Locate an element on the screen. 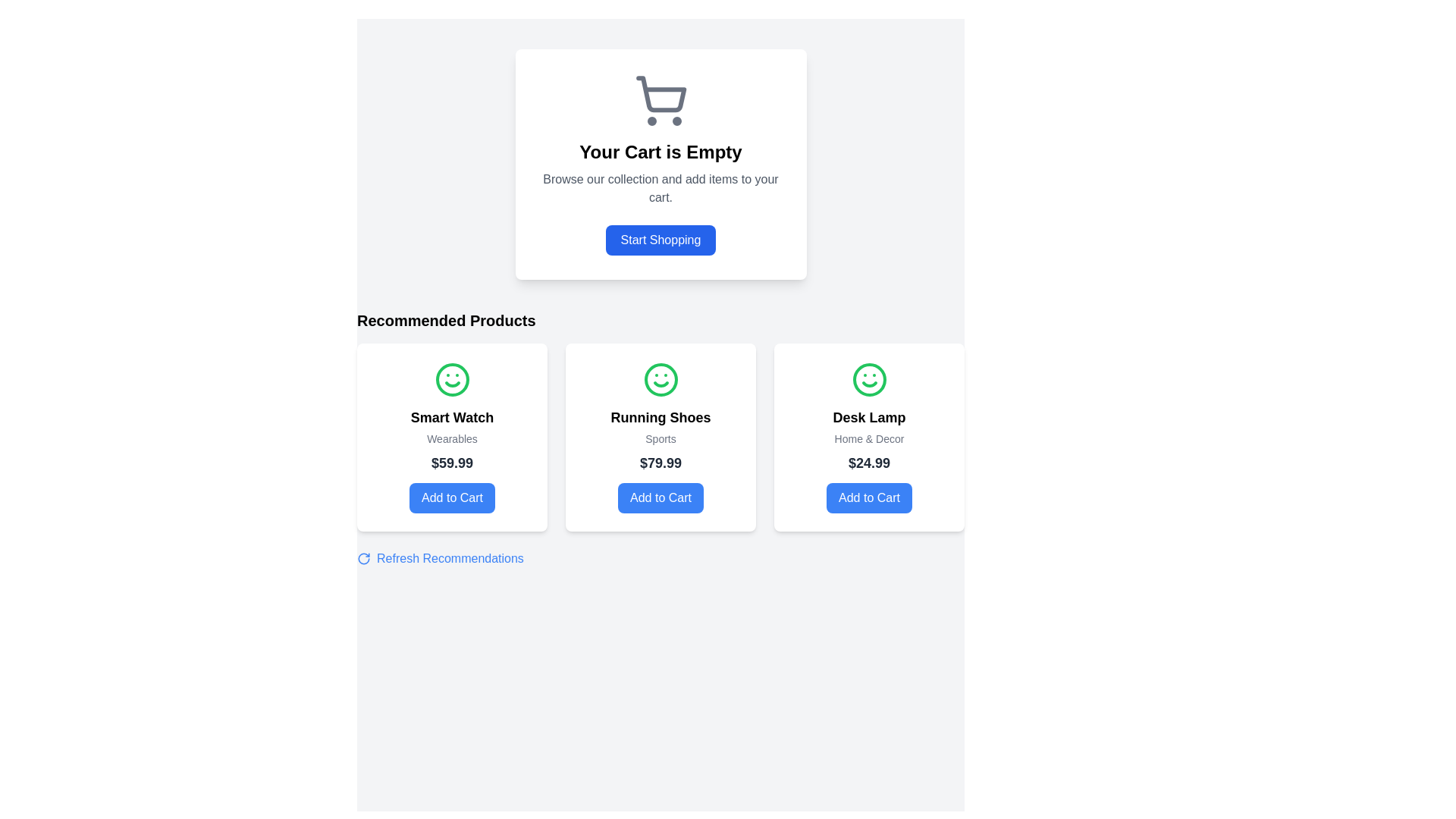 This screenshot has height=819, width=1456. the 'Add to Cart' button on the 'Desk Lamp' item card located in the bottom-right corner under the 'Recommended Products' section is located at coordinates (869, 438).